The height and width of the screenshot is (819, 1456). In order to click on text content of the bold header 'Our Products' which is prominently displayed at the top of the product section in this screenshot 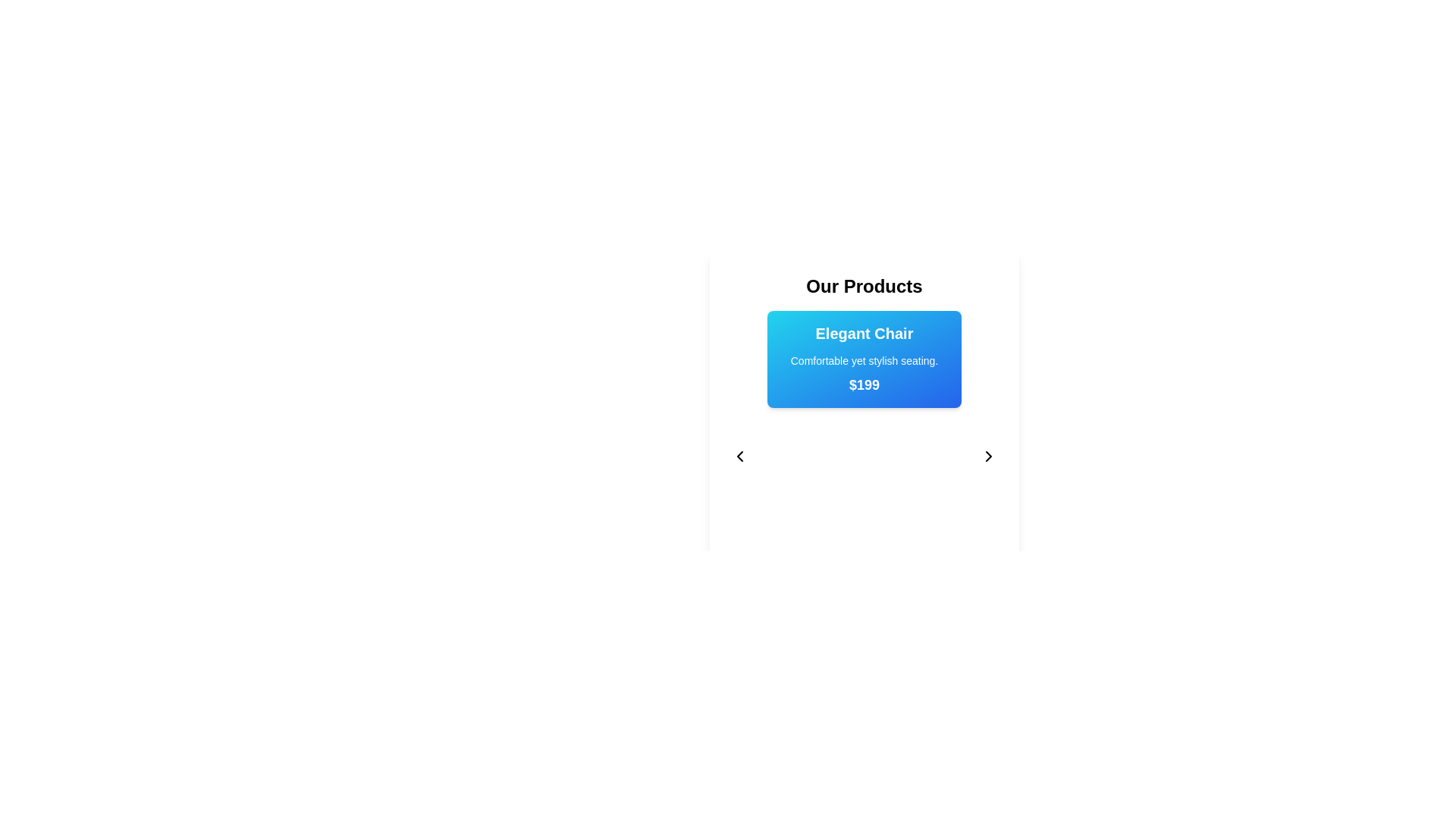, I will do `click(864, 287)`.